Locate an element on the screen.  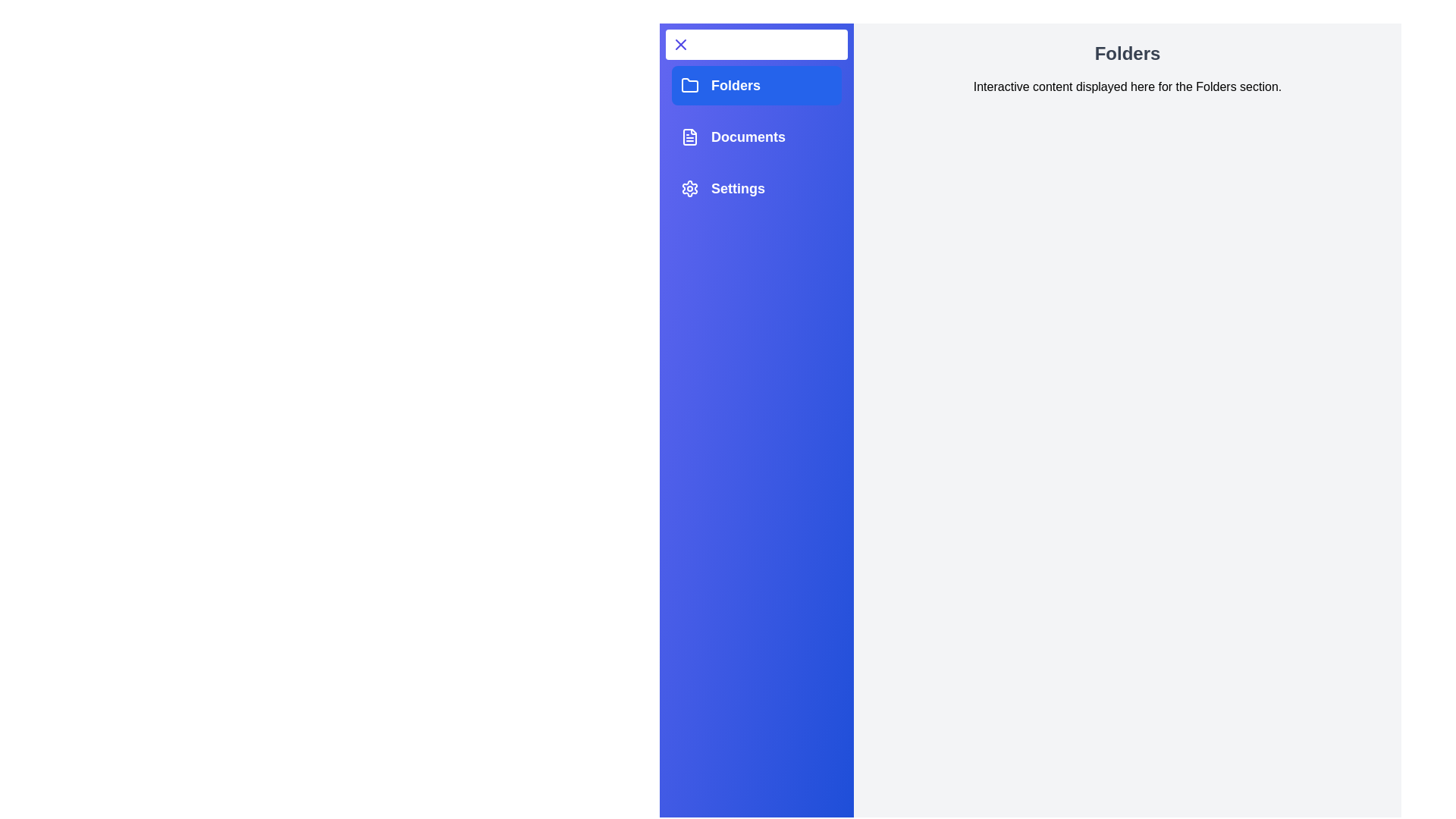
the Settings tab to observe its hover effect is located at coordinates (757, 188).